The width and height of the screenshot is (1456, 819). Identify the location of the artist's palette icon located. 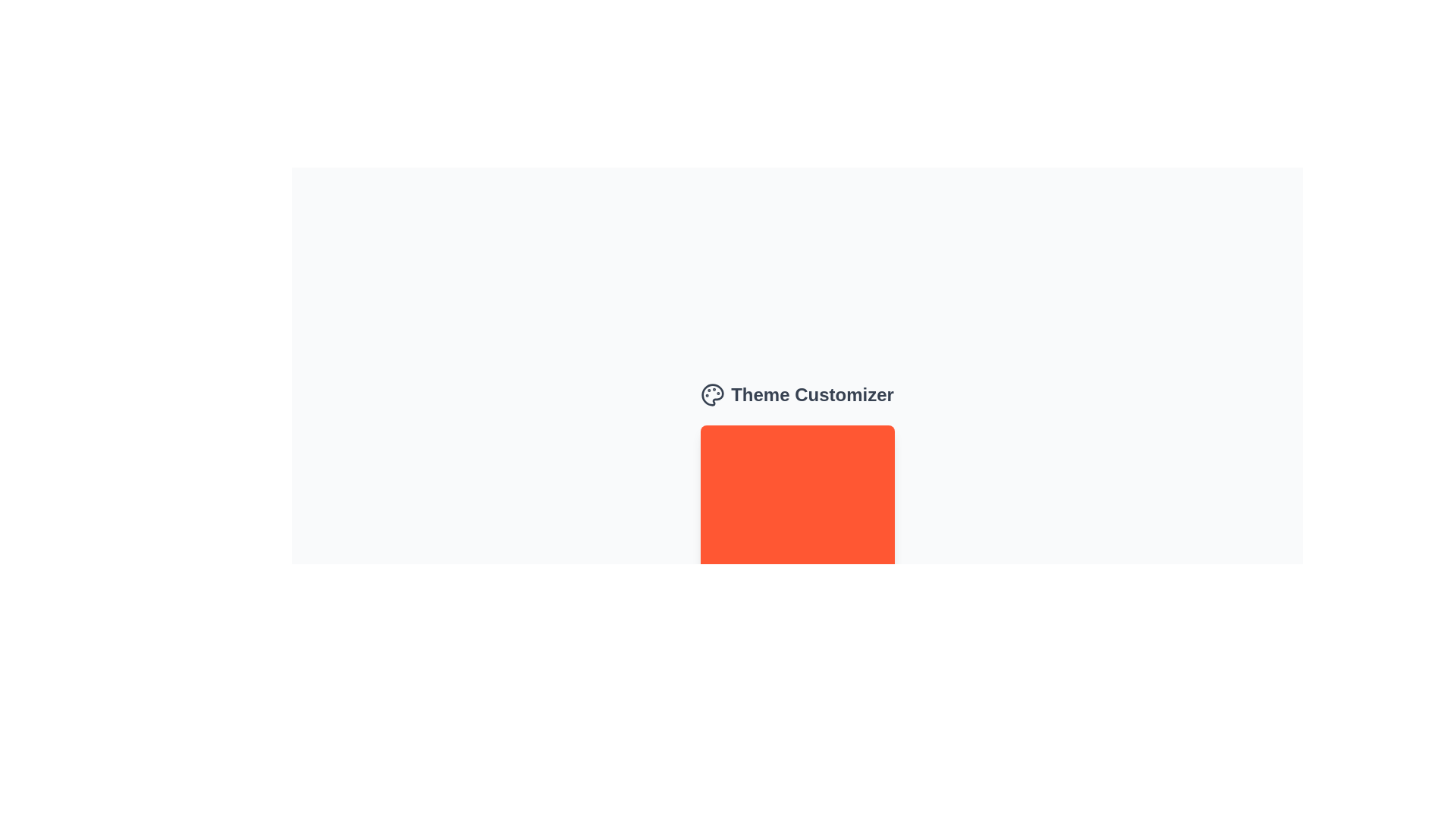
(712, 394).